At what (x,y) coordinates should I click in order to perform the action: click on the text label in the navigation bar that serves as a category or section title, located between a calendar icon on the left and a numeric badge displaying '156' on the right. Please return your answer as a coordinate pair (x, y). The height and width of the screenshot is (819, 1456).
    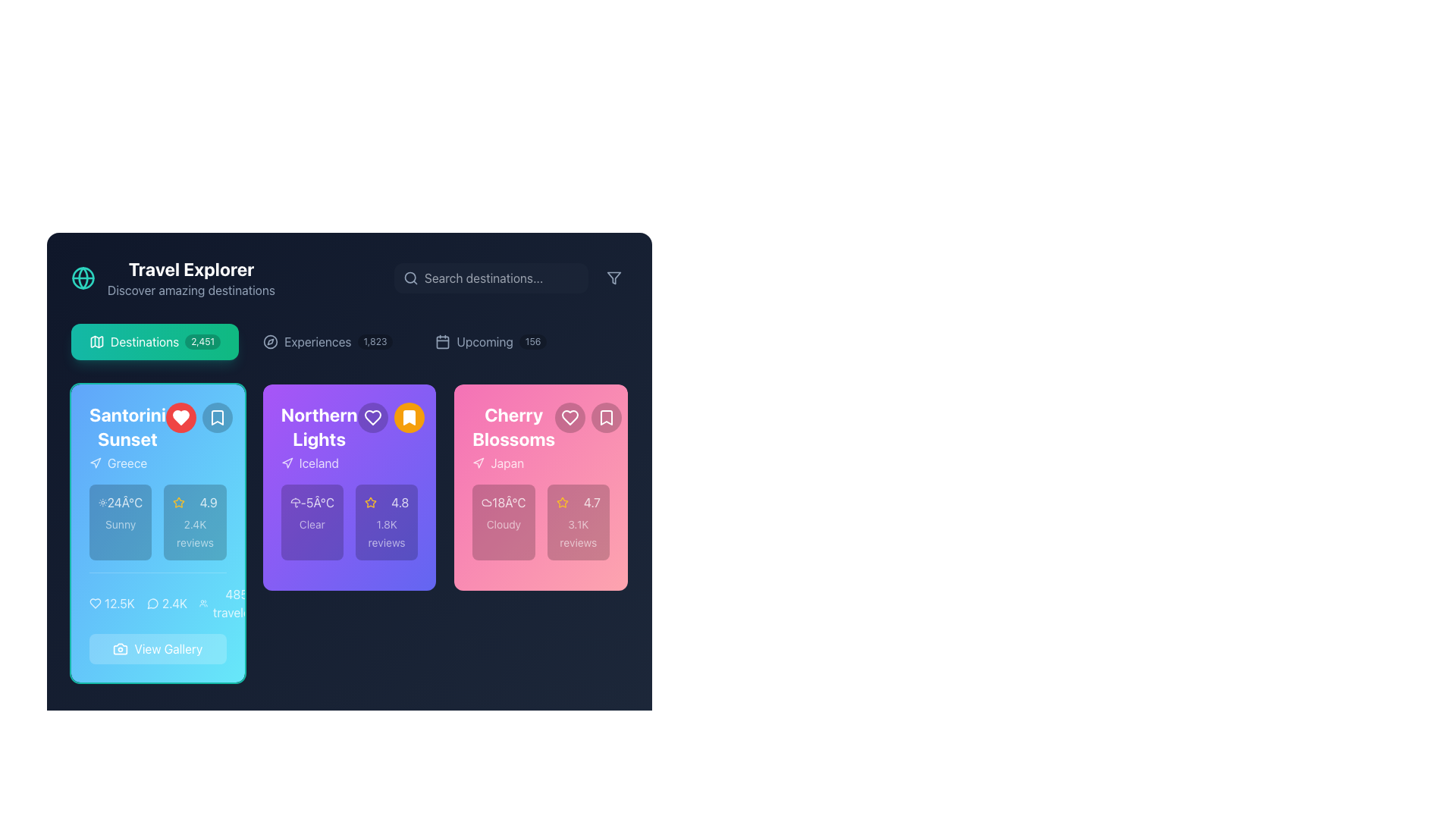
    Looking at the image, I should click on (484, 342).